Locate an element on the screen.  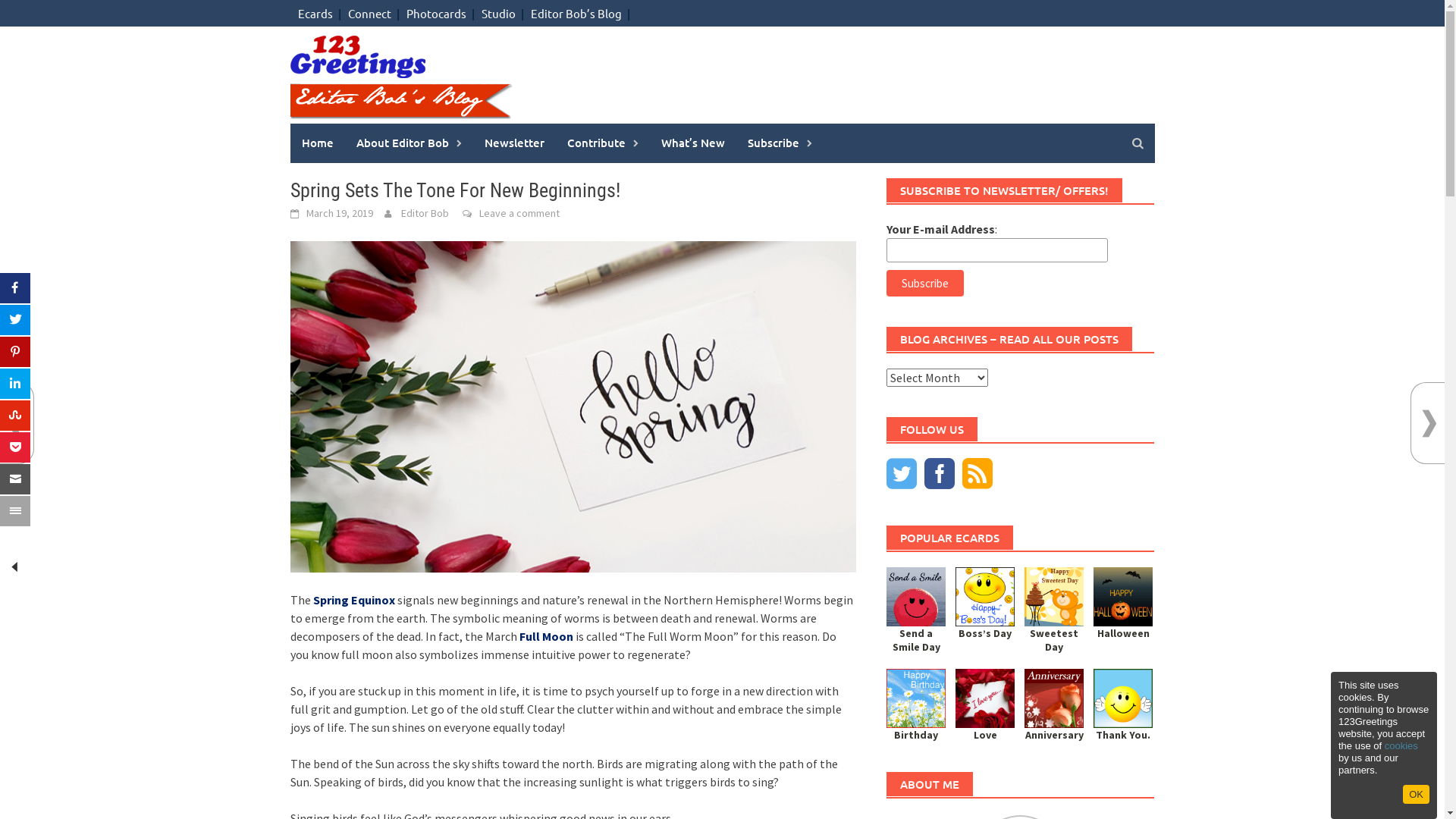
'Cute Wish On Sweetest Day!' is located at coordinates (1053, 595).